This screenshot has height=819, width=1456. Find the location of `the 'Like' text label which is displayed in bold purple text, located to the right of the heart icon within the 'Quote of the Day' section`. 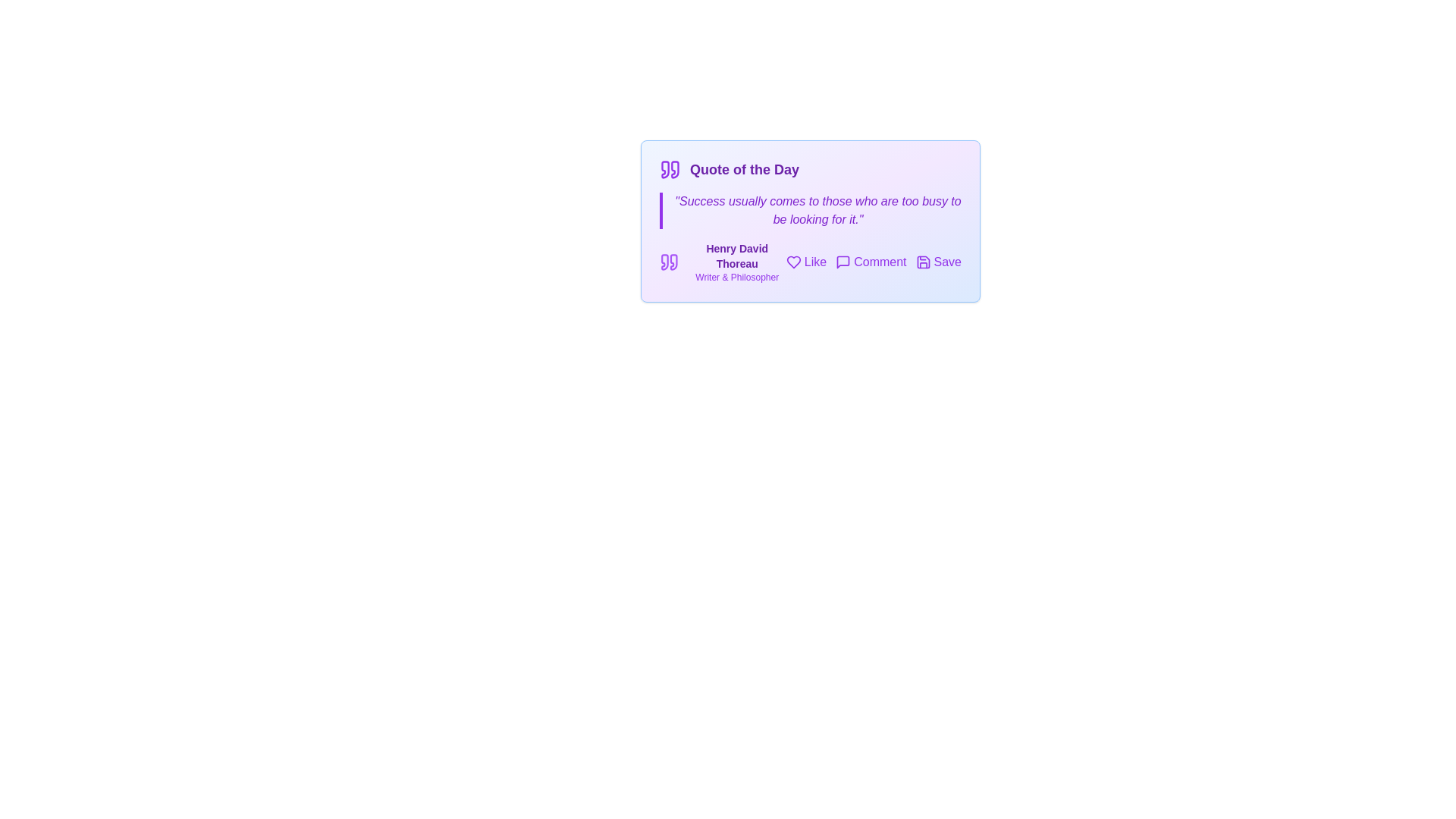

the 'Like' text label which is displayed in bold purple text, located to the right of the heart icon within the 'Quote of the Day' section is located at coordinates (814, 262).